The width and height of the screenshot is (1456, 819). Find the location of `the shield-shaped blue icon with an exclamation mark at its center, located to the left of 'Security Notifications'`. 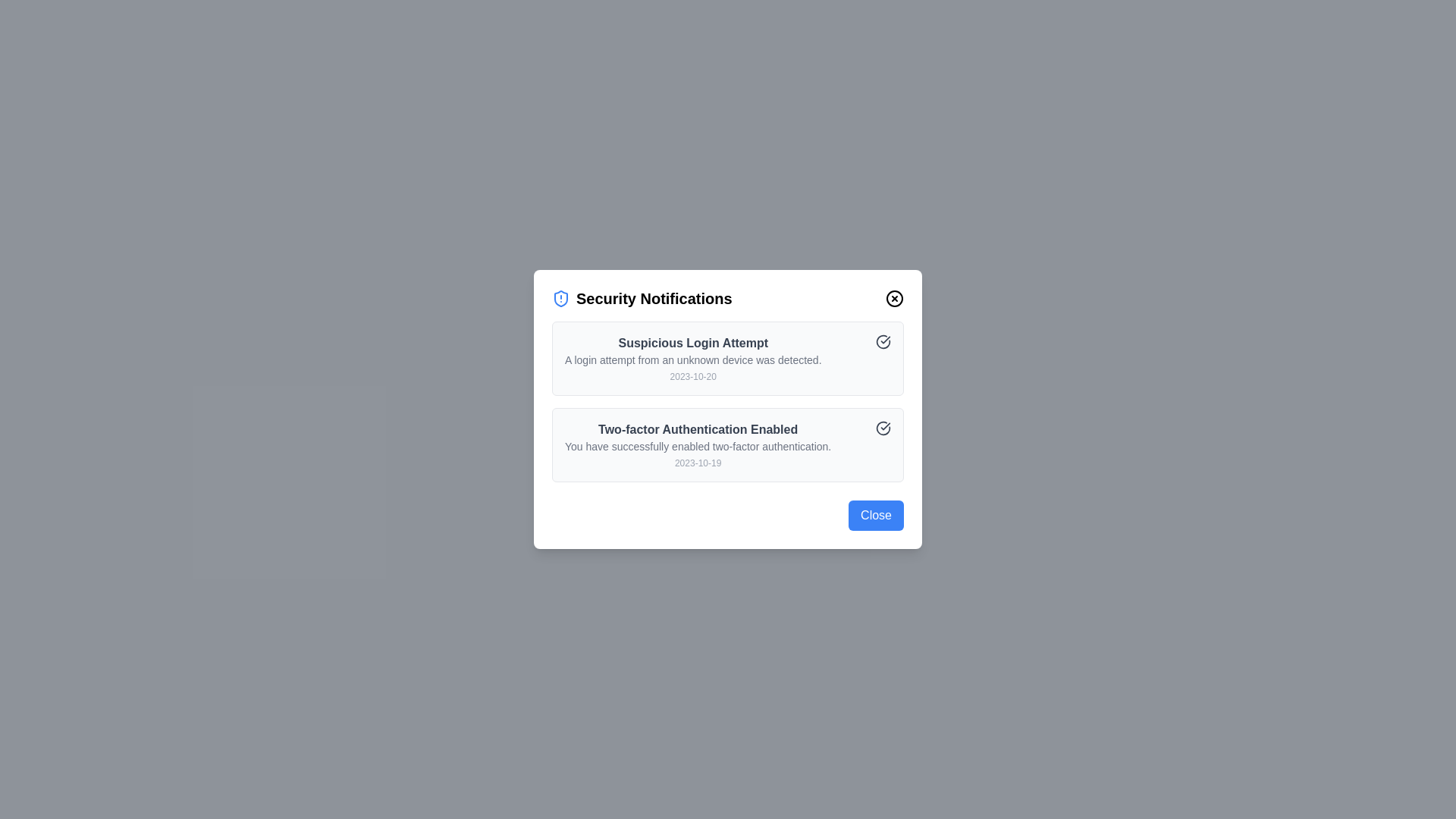

the shield-shaped blue icon with an exclamation mark at its center, located to the left of 'Security Notifications' is located at coordinates (560, 298).